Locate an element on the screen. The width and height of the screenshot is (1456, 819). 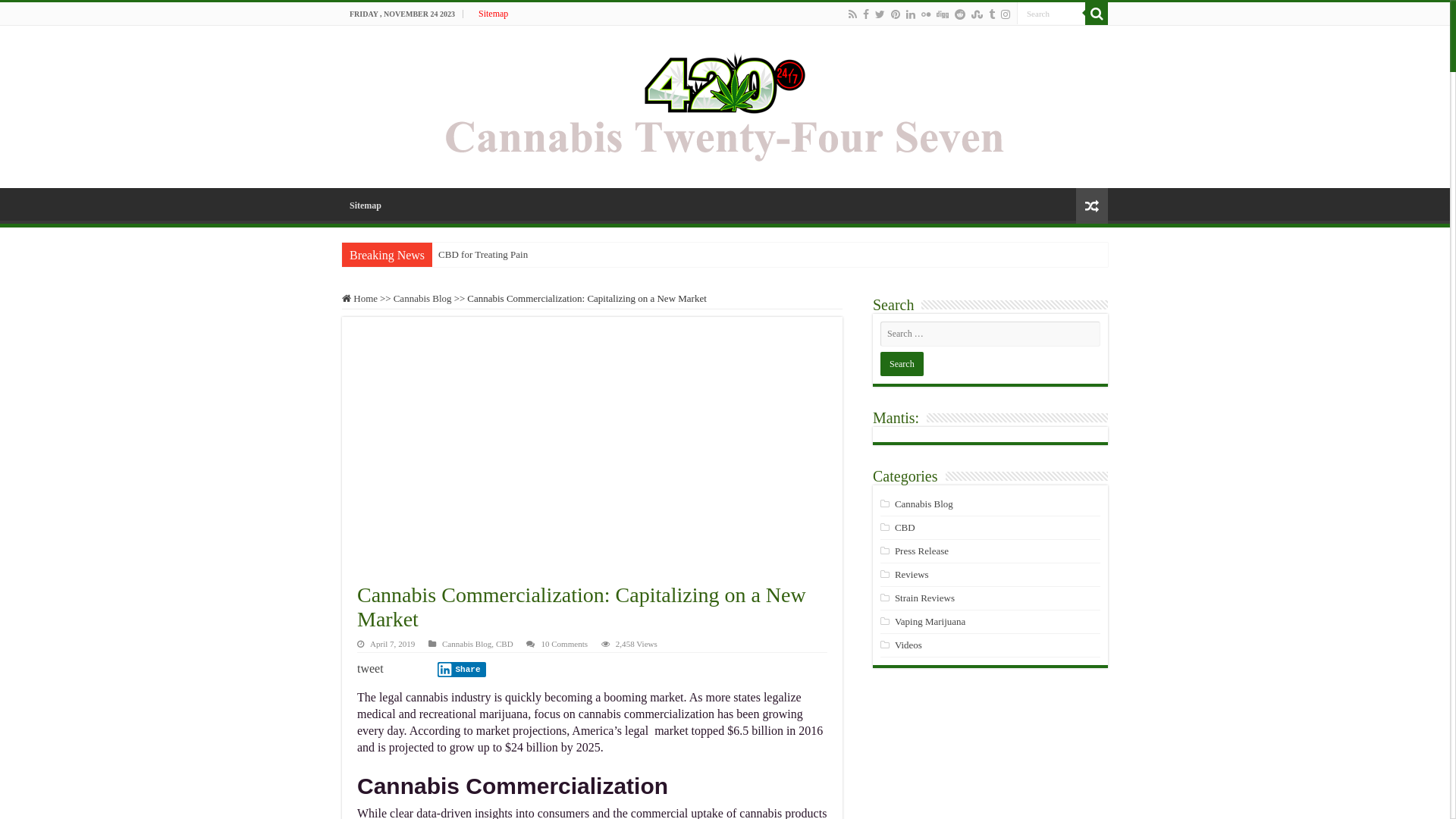
'Flickr' is located at coordinates (924, 14).